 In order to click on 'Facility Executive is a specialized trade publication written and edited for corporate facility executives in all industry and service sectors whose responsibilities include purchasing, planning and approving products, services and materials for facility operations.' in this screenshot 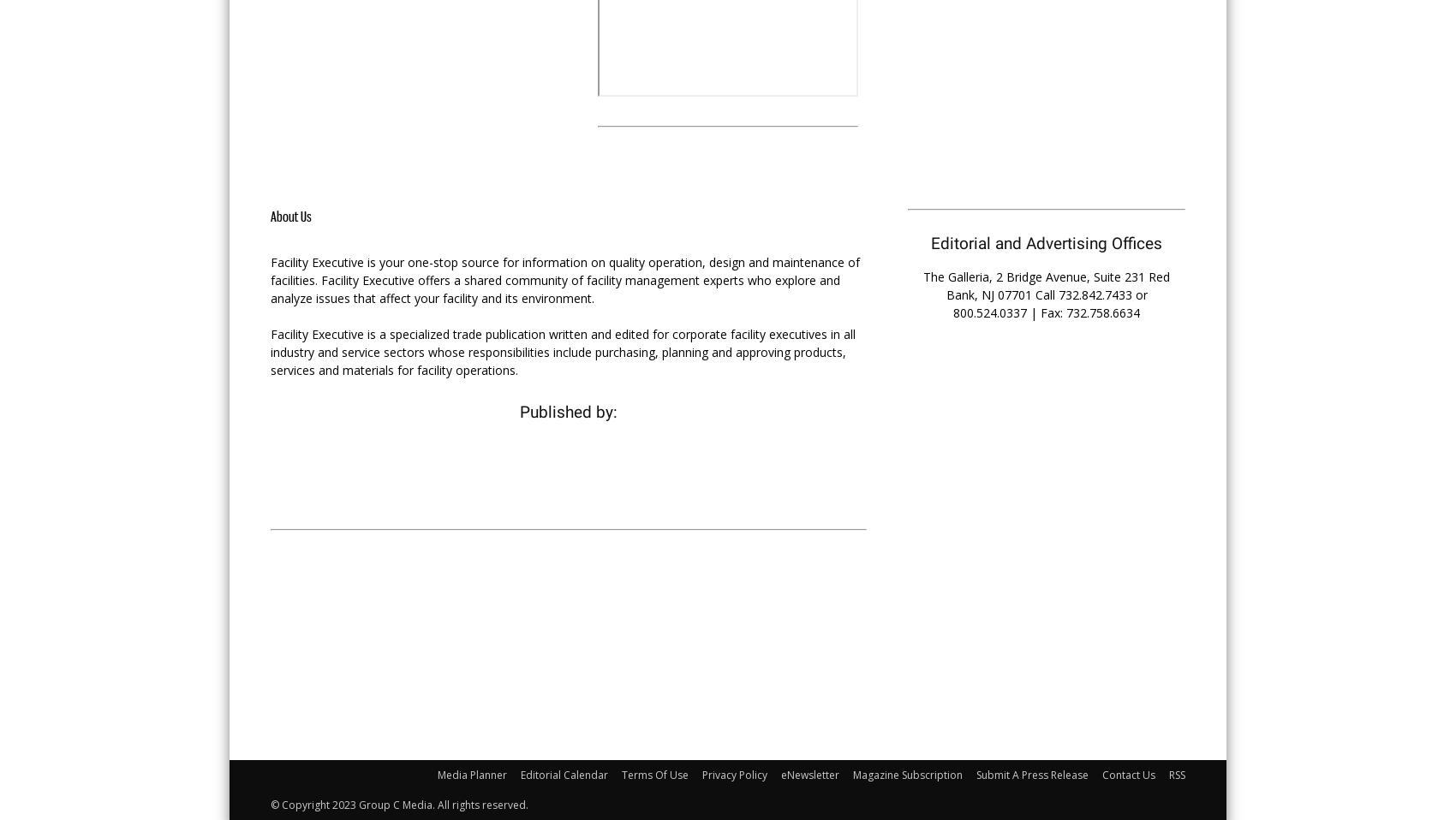, I will do `click(563, 351)`.